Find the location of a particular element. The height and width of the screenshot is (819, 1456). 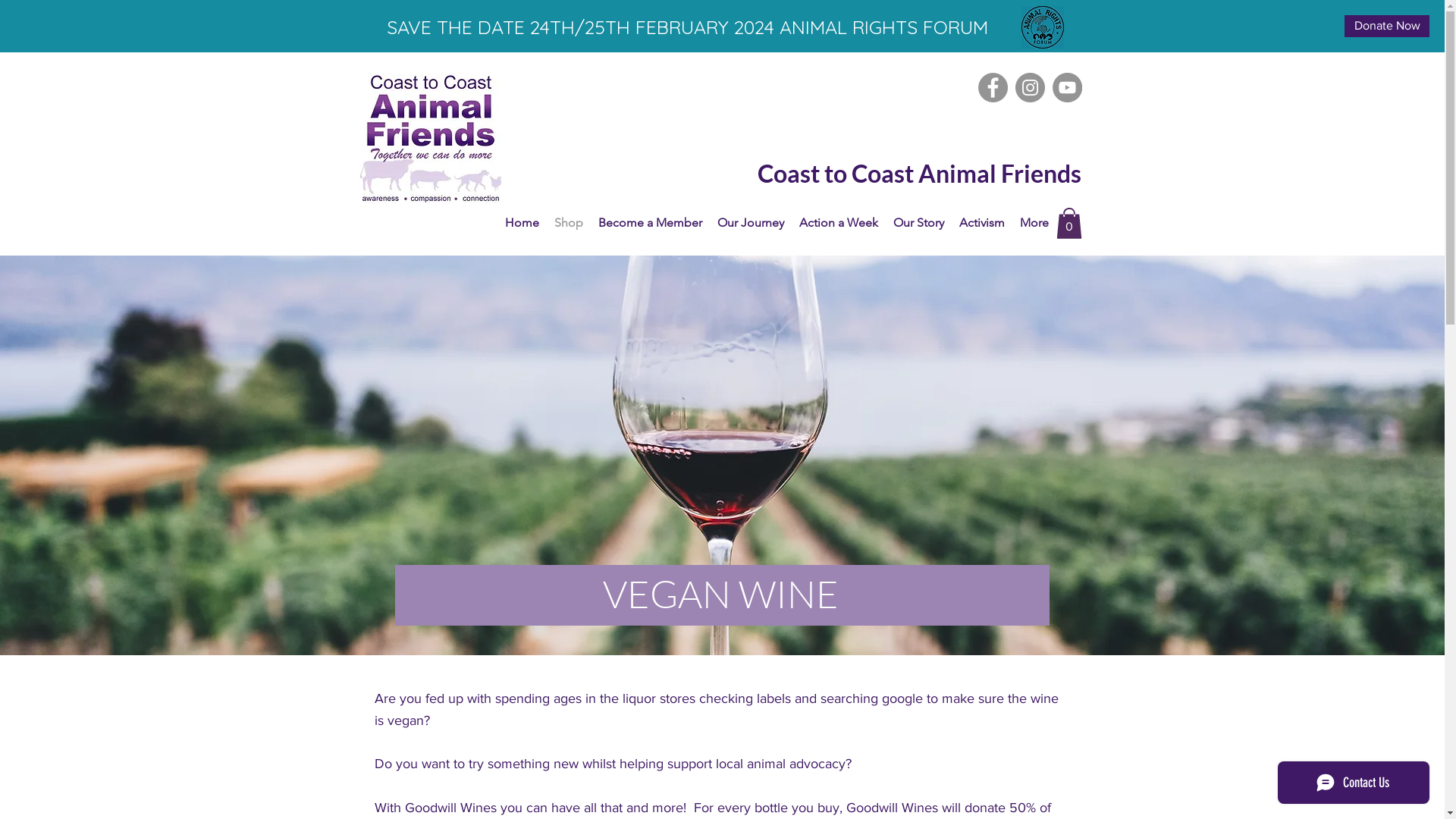

'Home' is located at coordinates (522, 222).